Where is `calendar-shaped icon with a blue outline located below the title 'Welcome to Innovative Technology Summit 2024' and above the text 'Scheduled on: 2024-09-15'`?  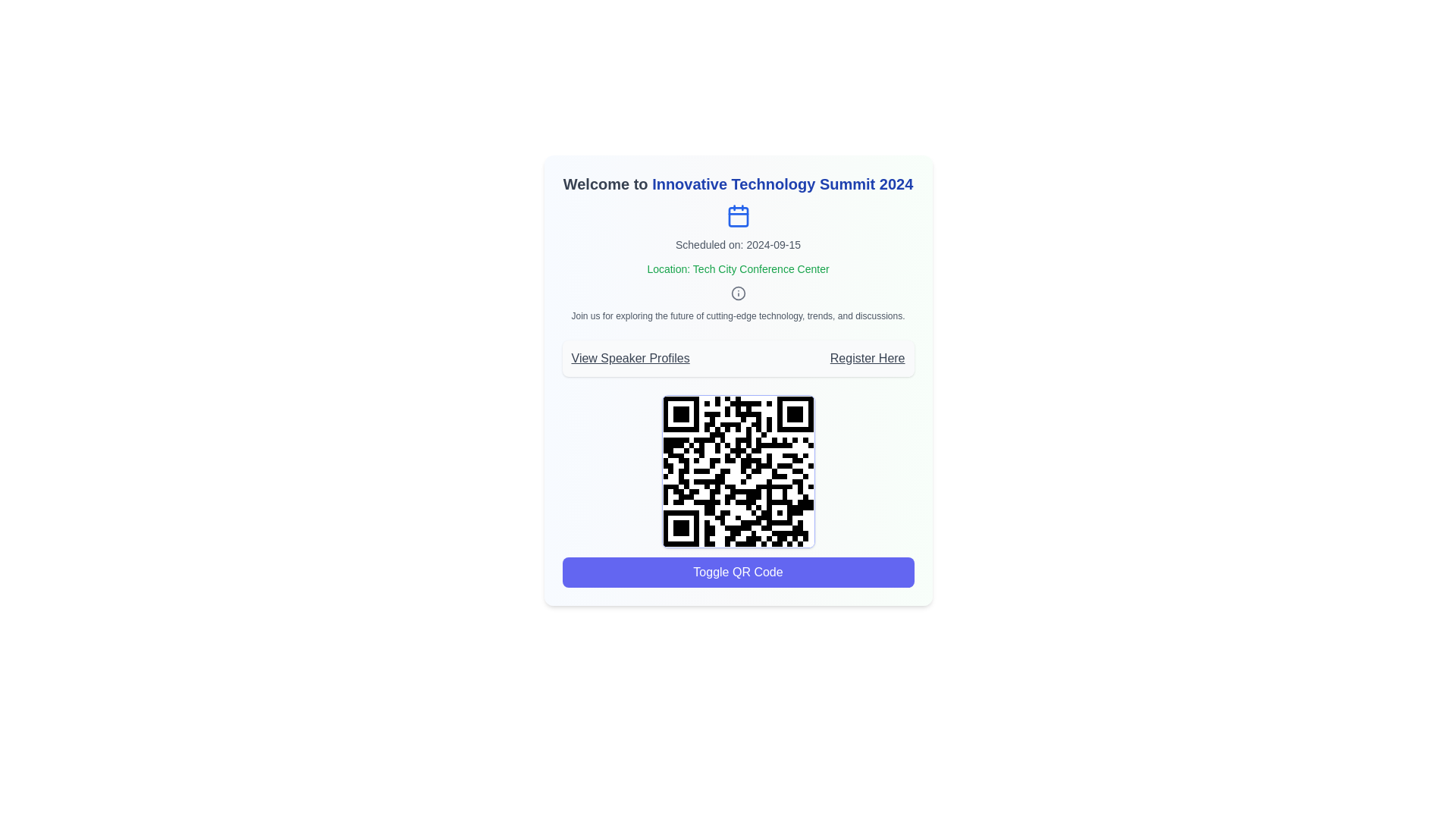
calendar-shaped icon with a blue outline located below the title 'Welcome to Innovative Technology Summit 2024' and above the text 'Scheduled on: 2024-09-15' is located at coordinates (738, 216).